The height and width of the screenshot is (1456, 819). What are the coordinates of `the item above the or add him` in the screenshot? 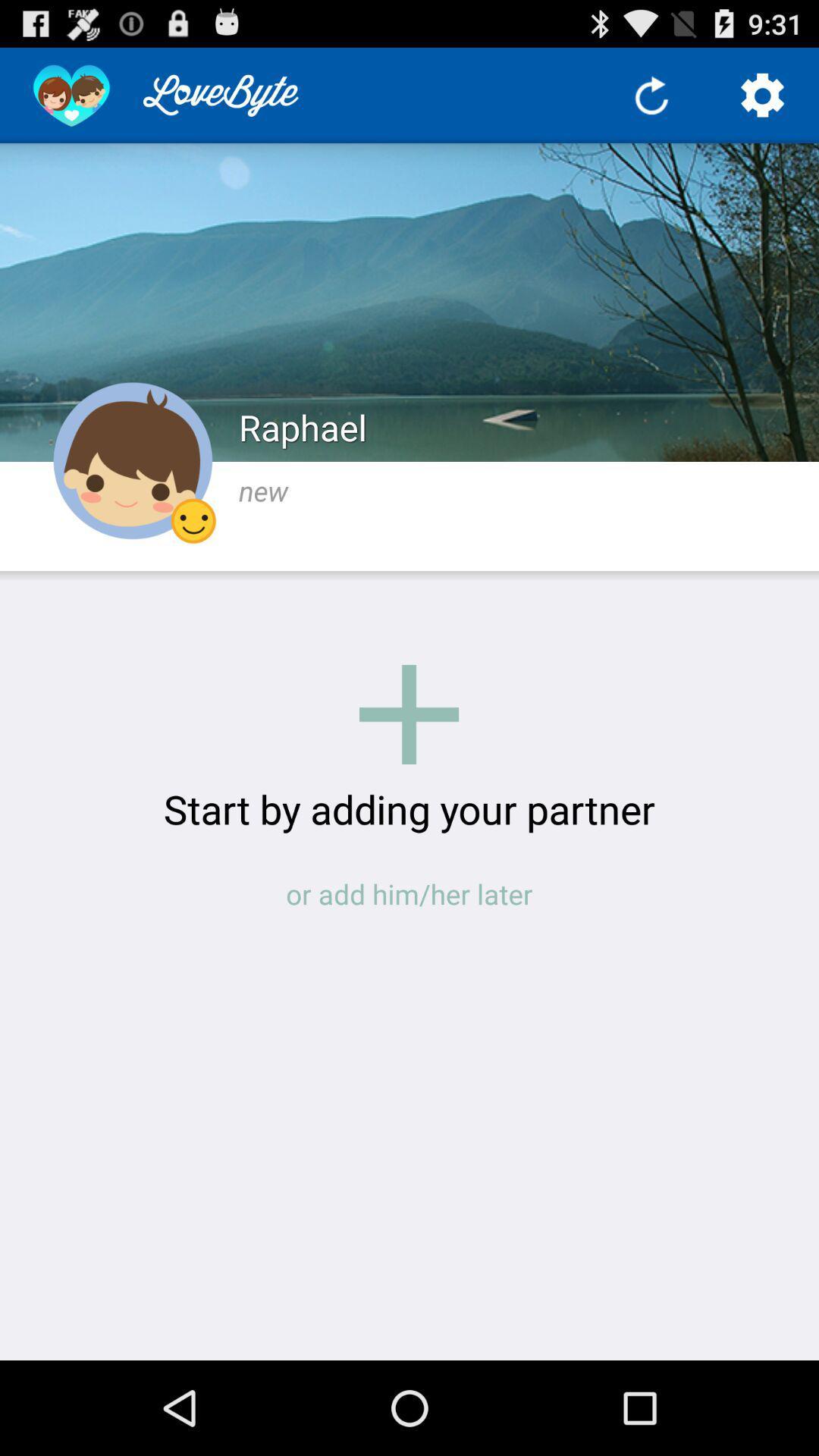 It's located at (409, 808).